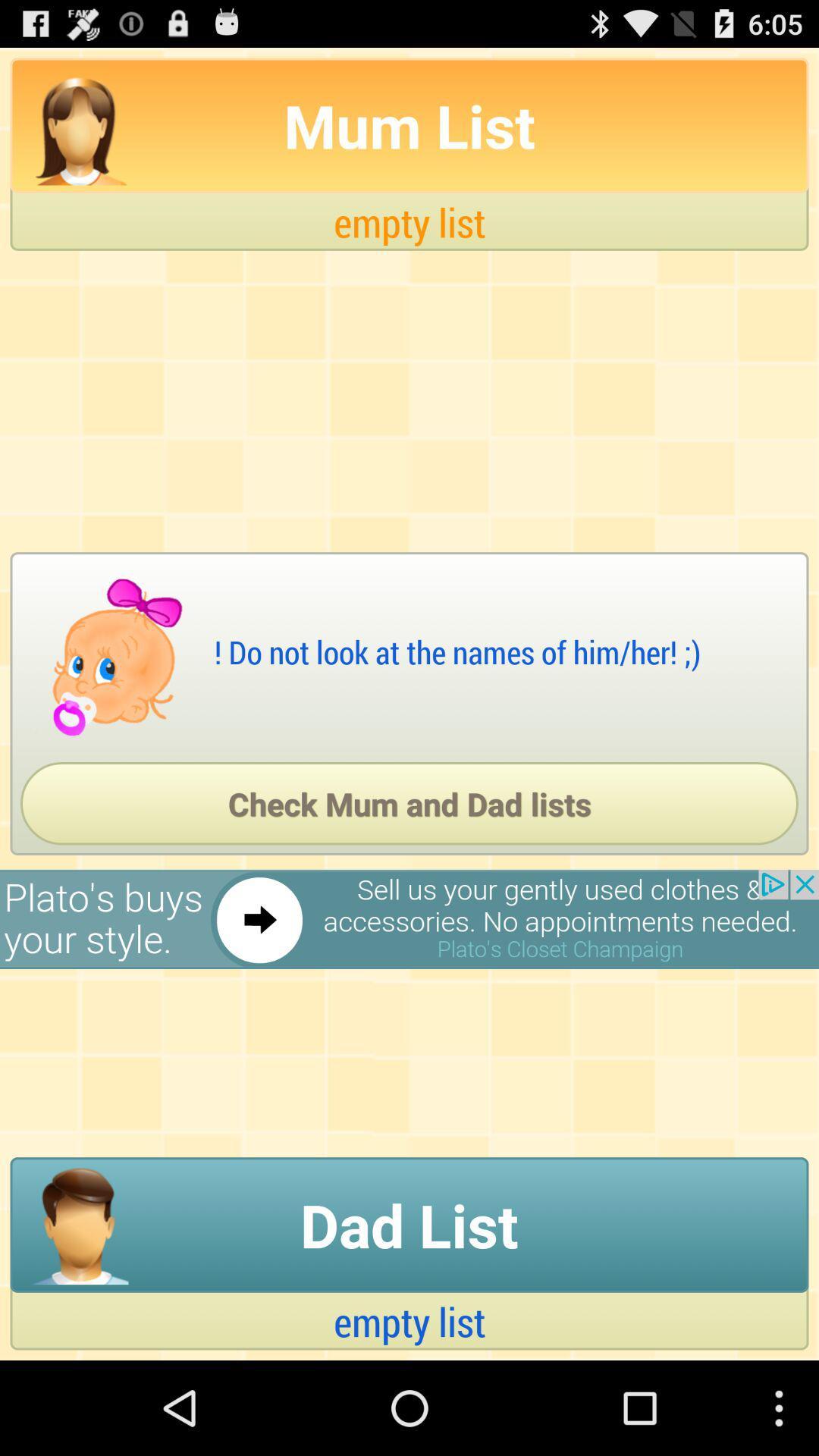  I want to click on advertisement area, so click(409, 918).